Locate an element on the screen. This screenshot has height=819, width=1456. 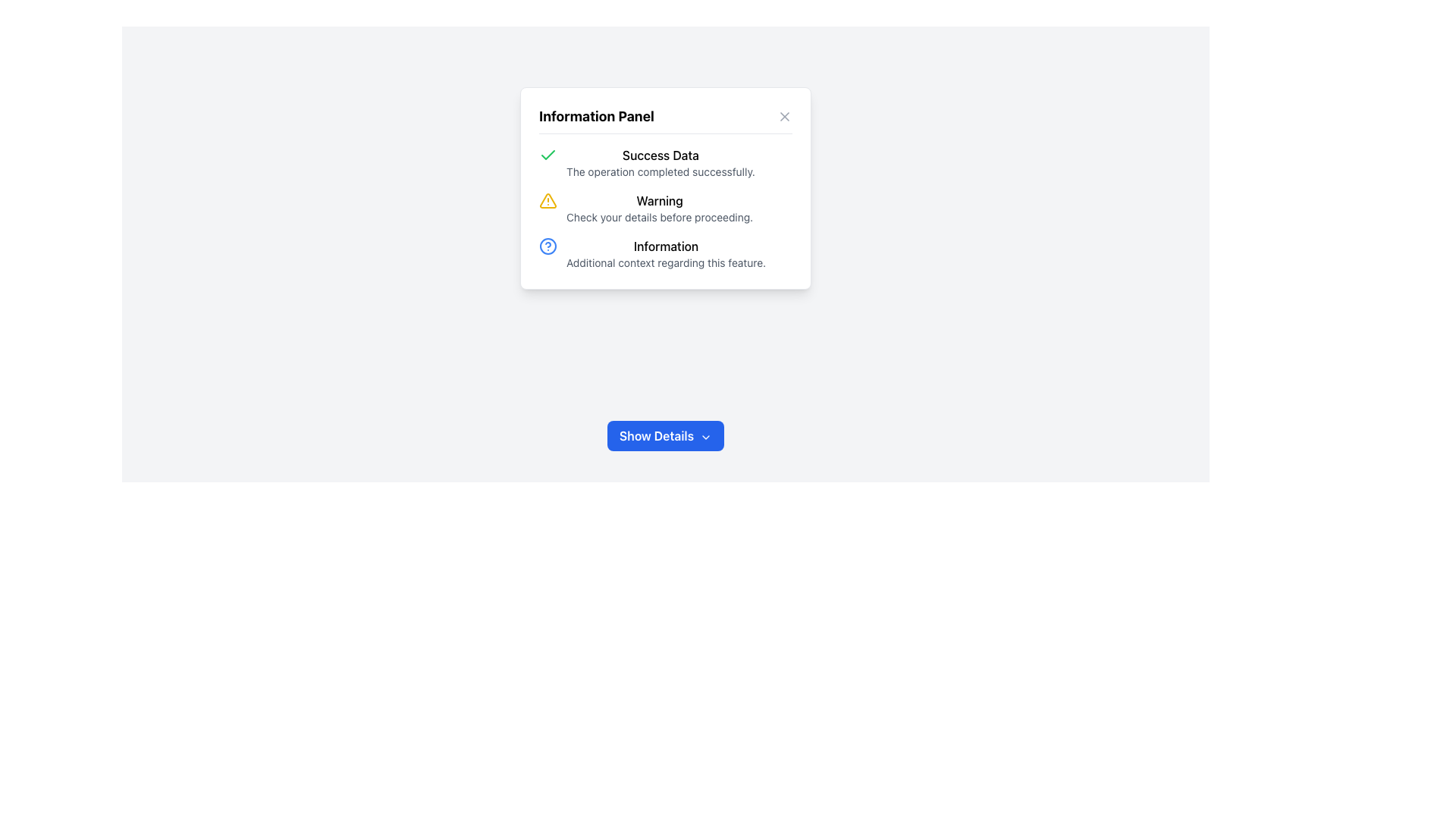
the paragraph element containing the text 'Additional context regarding this feature.' located under the 'Information' heading in the informational modal is located at coordinates (666, 262).